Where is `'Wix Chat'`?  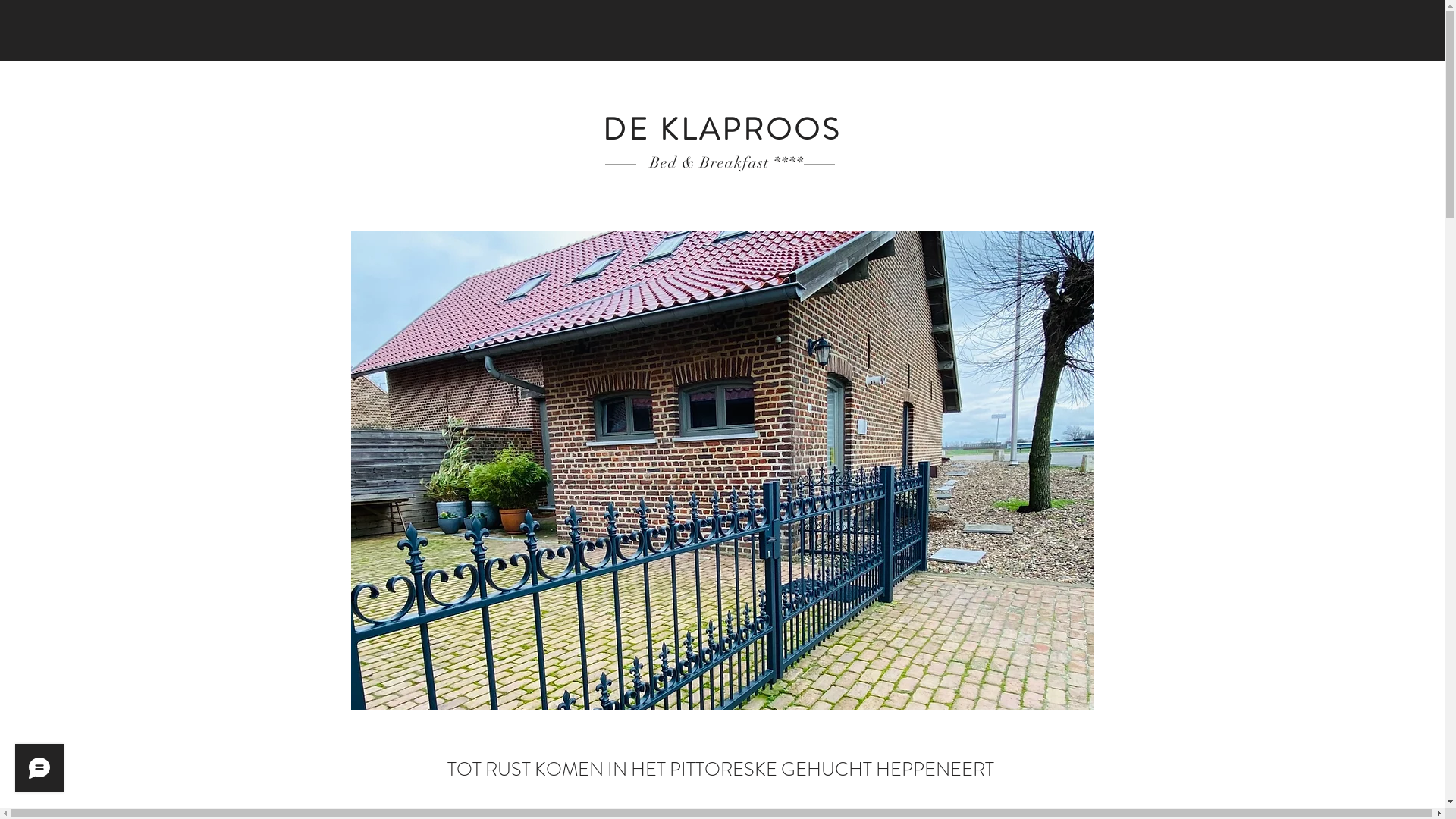
'Wix Chat' is located at coordinates (36, 772).